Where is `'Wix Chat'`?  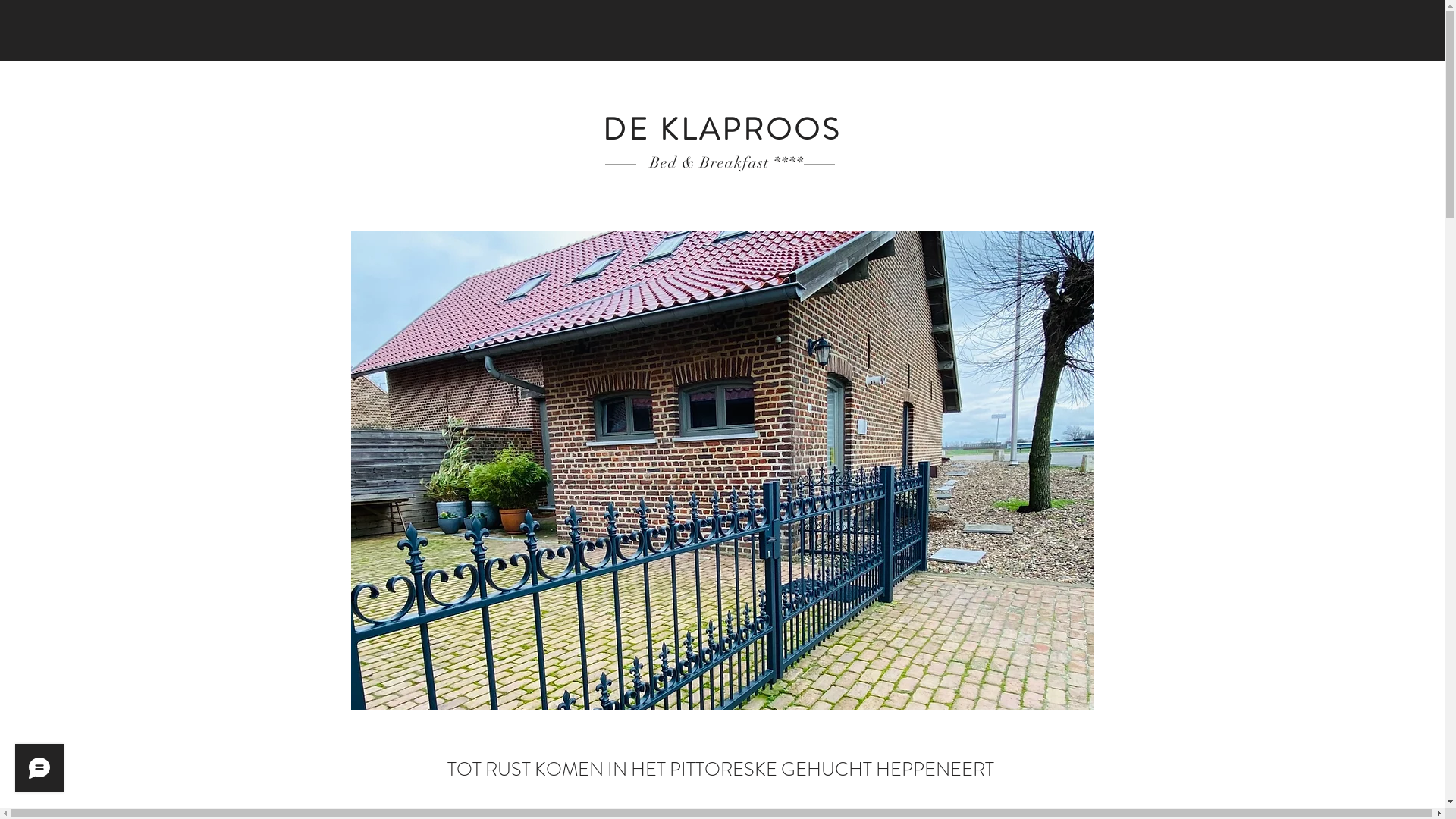
'Wix Chat' is located at coordinates (36, 772).